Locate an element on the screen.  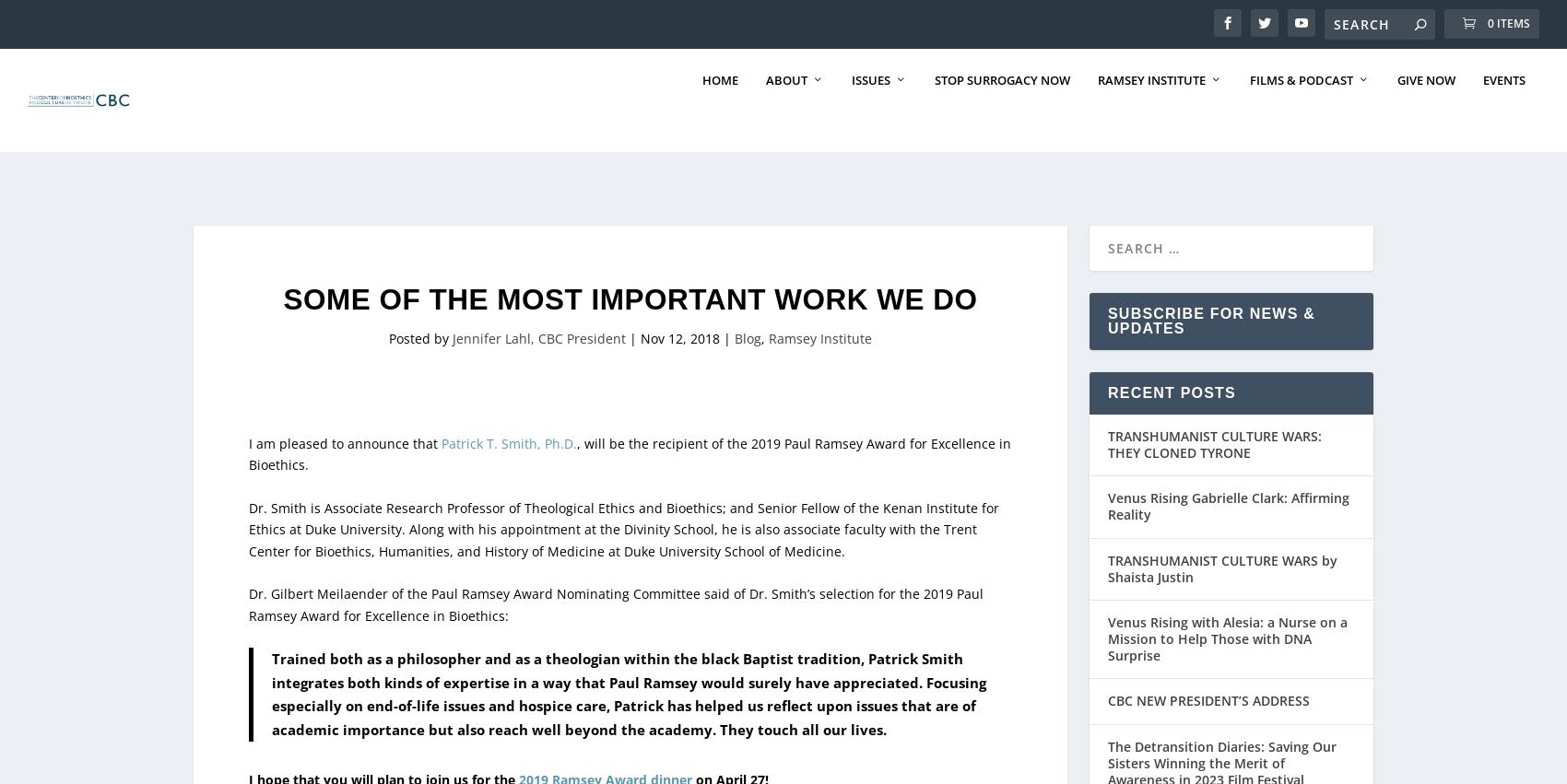
'Give Now' is located at coordinates (1397, 117).